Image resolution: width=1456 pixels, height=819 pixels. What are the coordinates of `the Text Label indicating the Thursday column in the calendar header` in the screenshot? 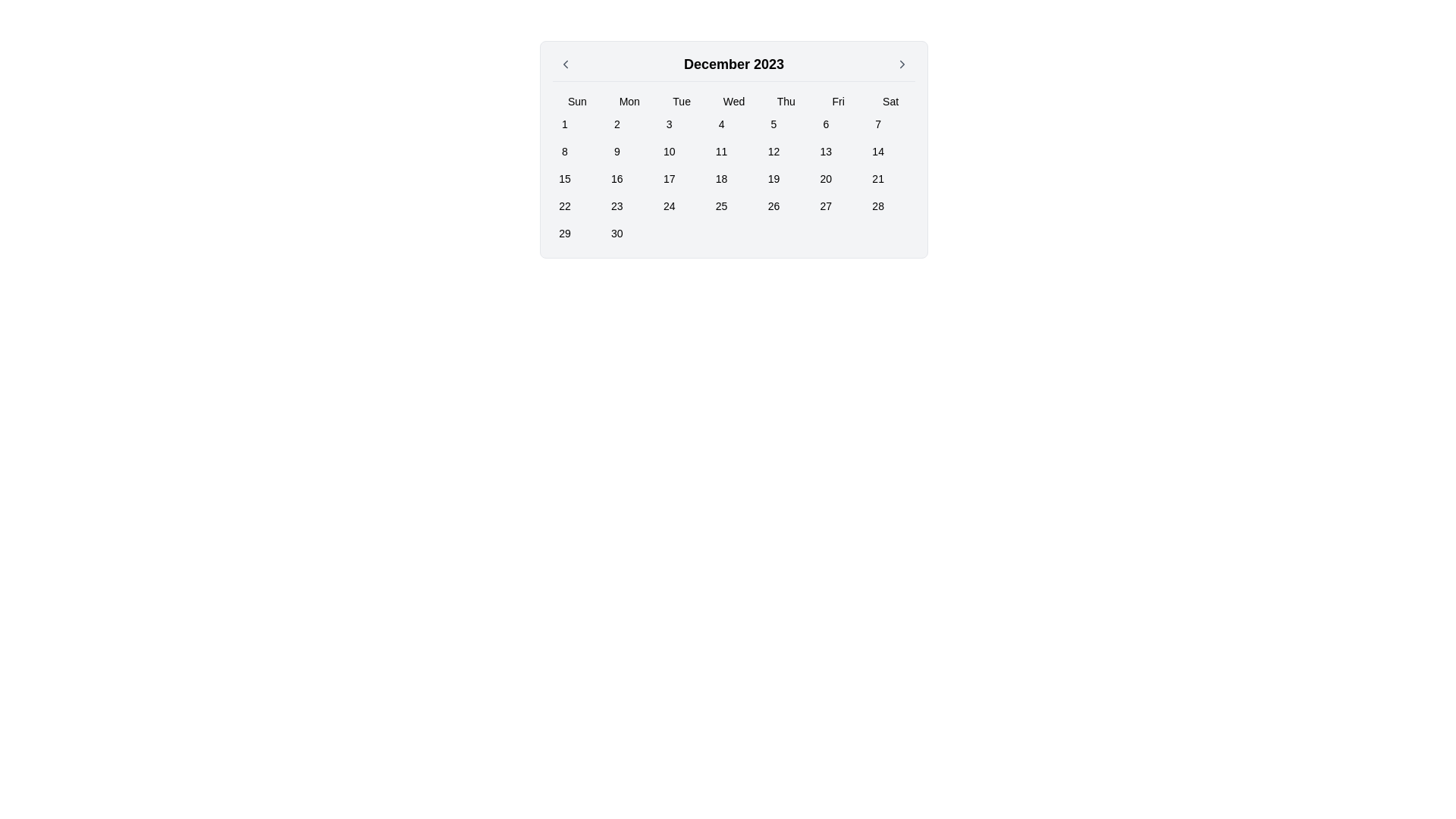 It's located at (786, 102).